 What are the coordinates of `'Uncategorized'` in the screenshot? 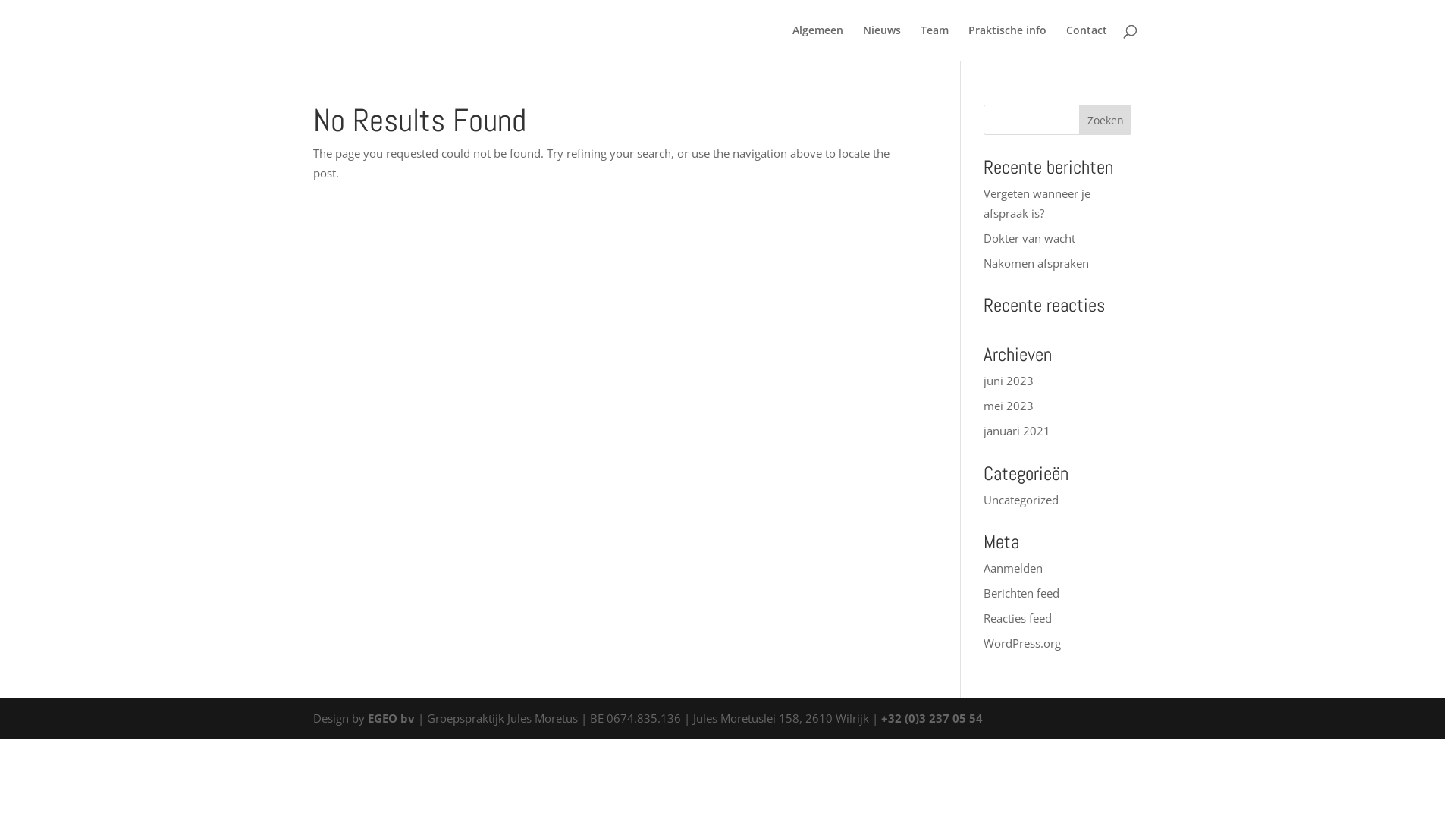 It's located at (1021, 499).